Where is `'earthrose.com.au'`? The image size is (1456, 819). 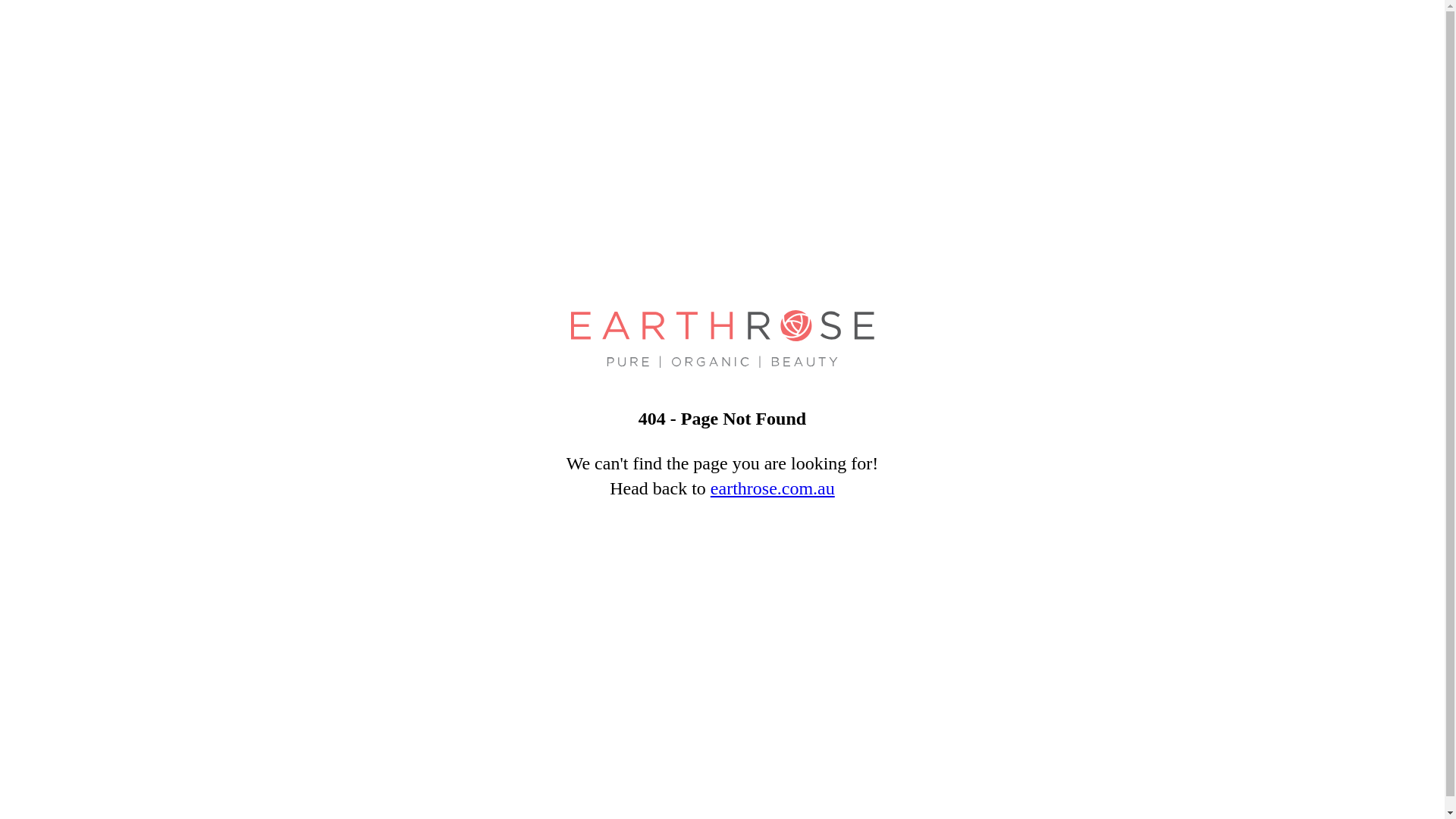
'earthrose.com.au' is located at coordinates (772, 488).